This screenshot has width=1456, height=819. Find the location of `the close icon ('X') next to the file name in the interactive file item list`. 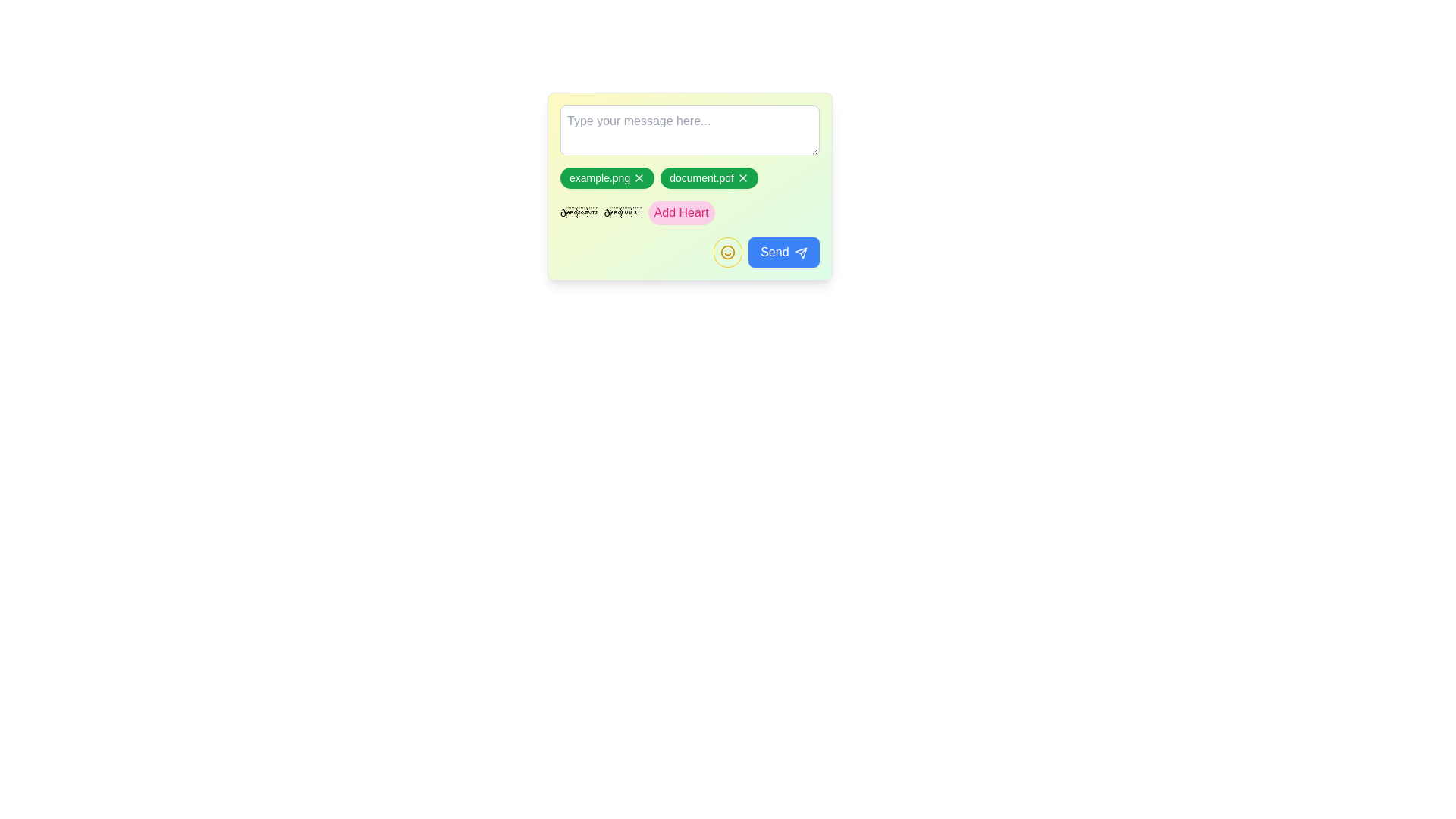

the close icon ('X') next to the file name in the interactive file item list is located at coordinates (689, 177).